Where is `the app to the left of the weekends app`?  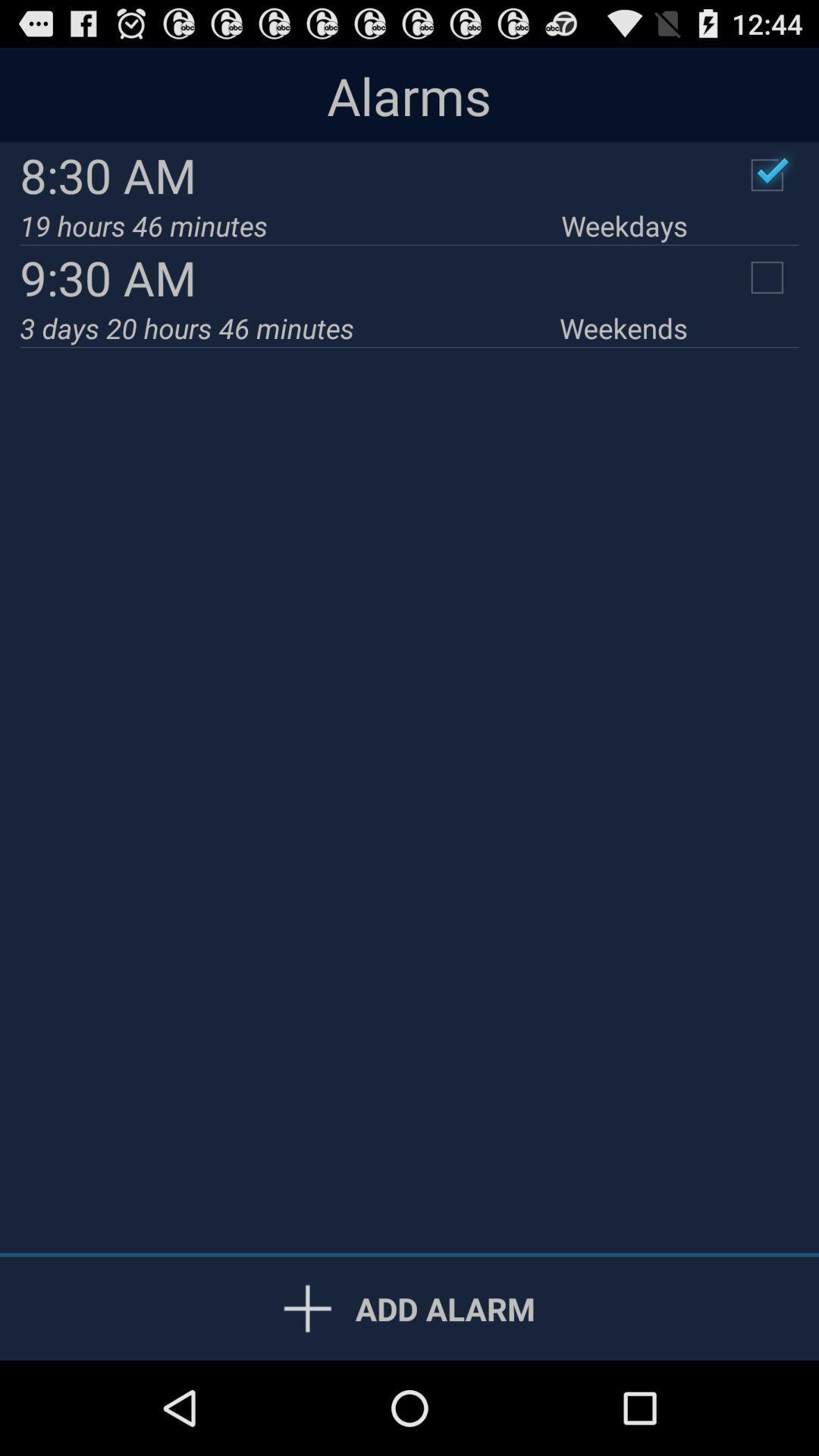
the app to the left of the weekends app is located at coordinates (290, 327).